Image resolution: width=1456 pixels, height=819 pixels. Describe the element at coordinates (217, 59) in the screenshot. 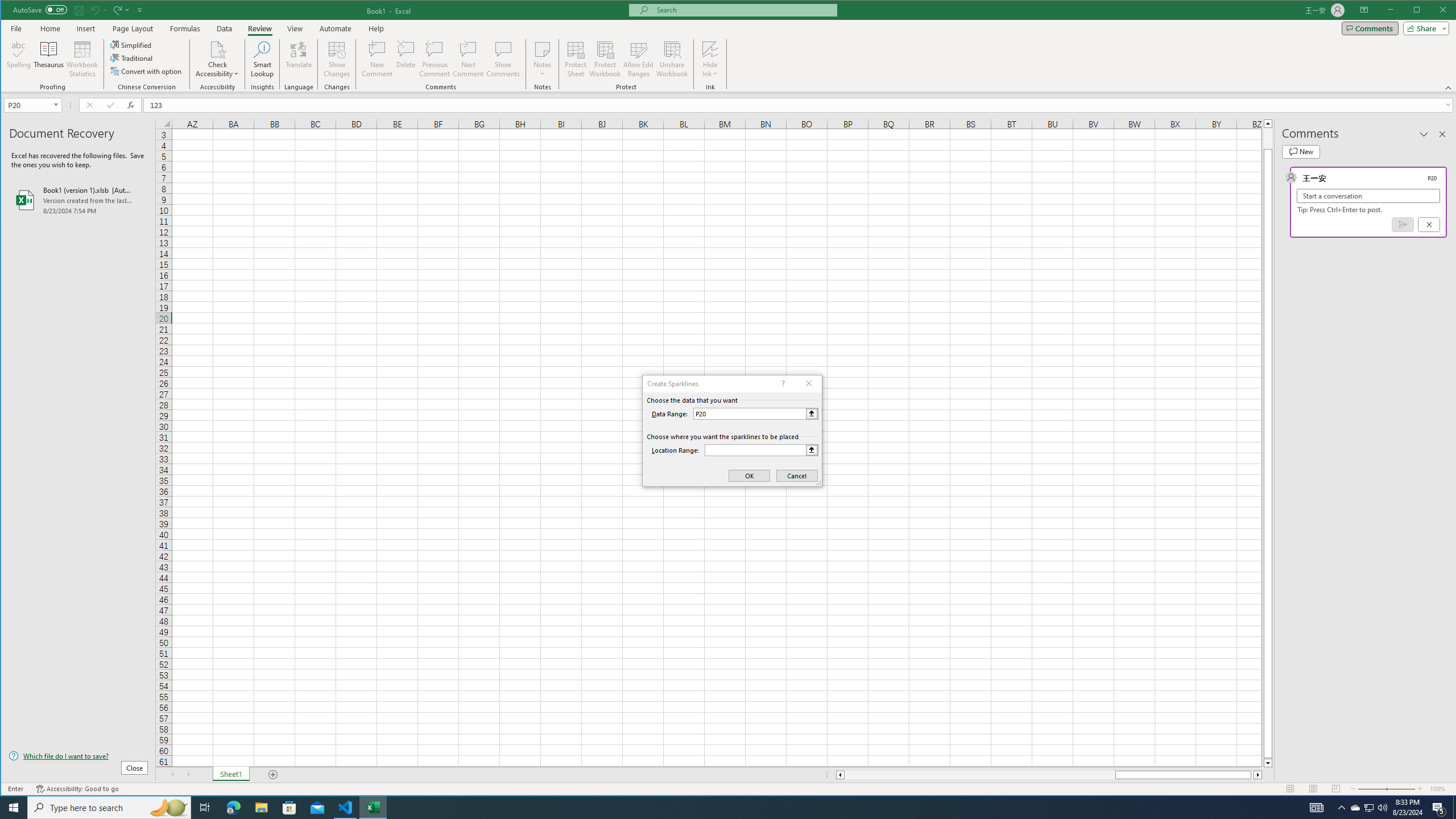

I see `'Check Accessibility'` at that location.